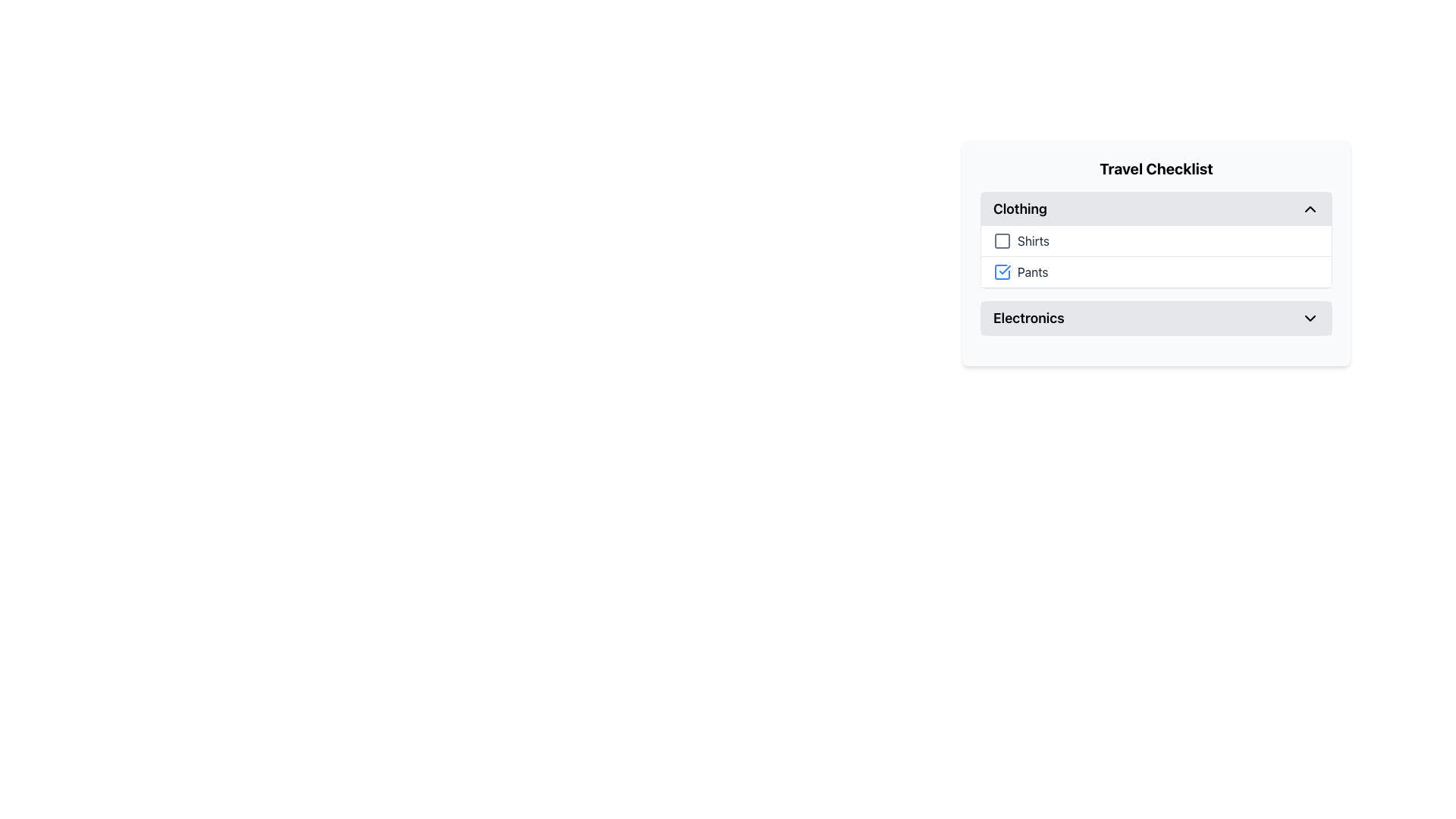 The width and height of the screenshot is (1456, 819). Describe the element at coordinates (1002, 240) in the screenshot. I see `the unselected checkbox located to the left of the text 'Shirts' in the 'Clothing' section` at that location.